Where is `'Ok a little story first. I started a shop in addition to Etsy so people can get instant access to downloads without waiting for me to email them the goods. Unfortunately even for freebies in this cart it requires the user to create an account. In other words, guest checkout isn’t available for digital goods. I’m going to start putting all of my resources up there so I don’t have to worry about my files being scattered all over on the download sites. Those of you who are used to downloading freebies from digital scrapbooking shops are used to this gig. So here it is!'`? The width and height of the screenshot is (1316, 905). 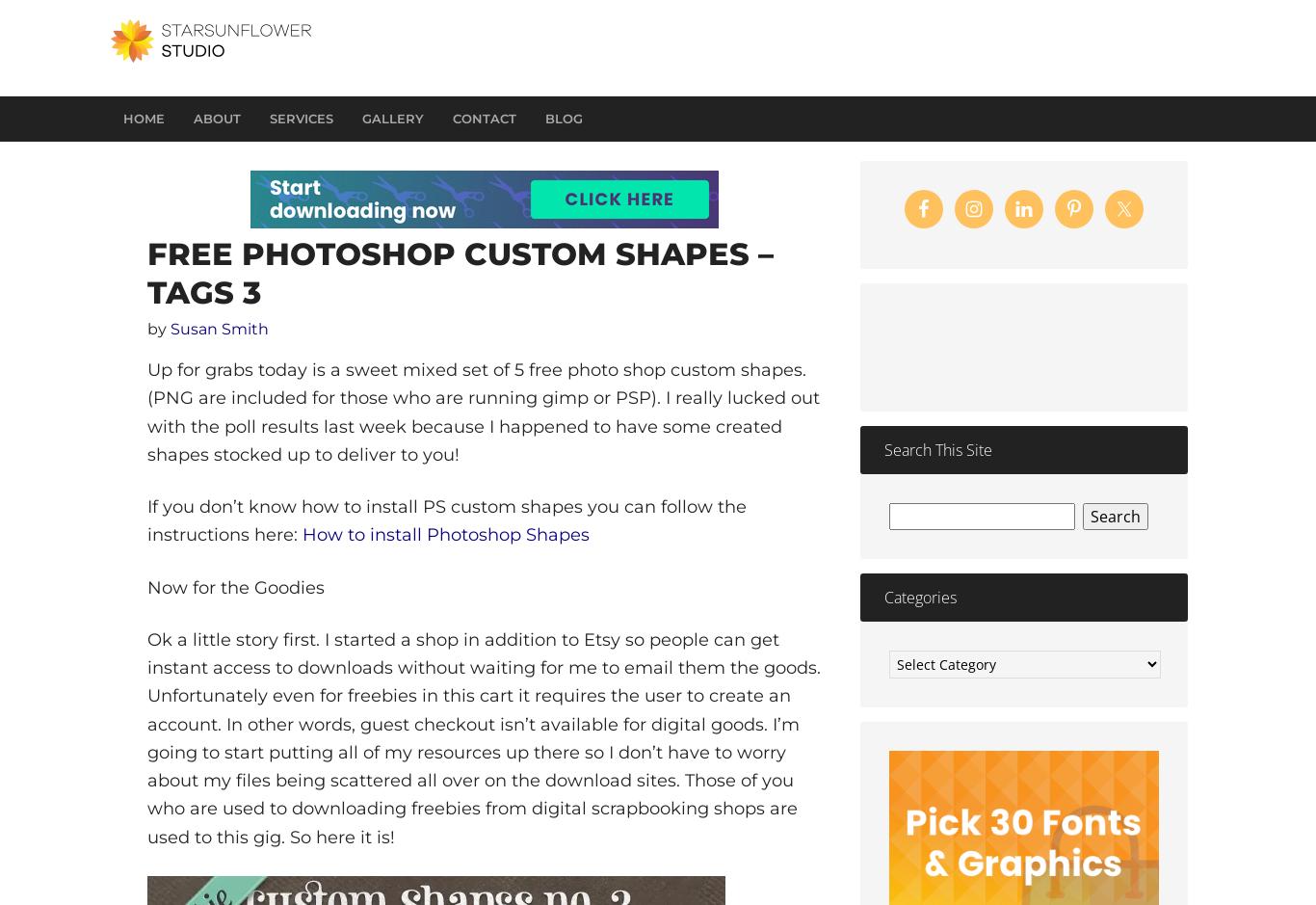 'Ok a little story first. I started a shop in addition to Etsy so people can get instant access to downloads without waiting for me to email them the goods. Unfortunately even for freebies in this cart it requires the user to create an account. In other words, guest checkout isn’t available for digital goods. I’m going to start putting all of my resources up there so I don’t have to worry about my files being scattered all over on the download sites. Those of you who are used to downloading freebies from digital scrapbooking shops are used to this gig. So here it is!' is located at coordinates (145, 736).